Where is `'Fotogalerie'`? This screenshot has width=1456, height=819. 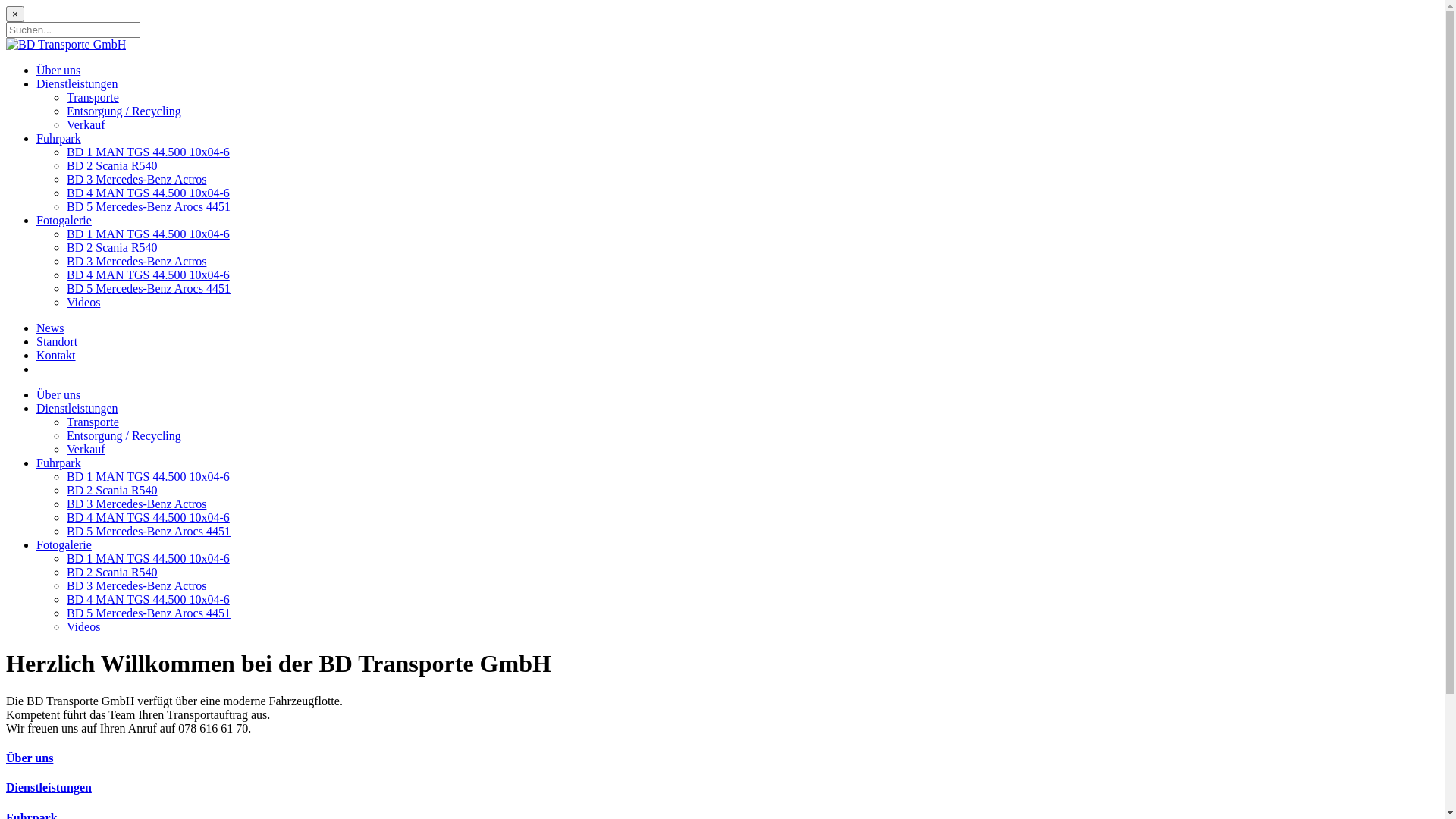
'Fotogalerie' is located at coordinates (63, 544).